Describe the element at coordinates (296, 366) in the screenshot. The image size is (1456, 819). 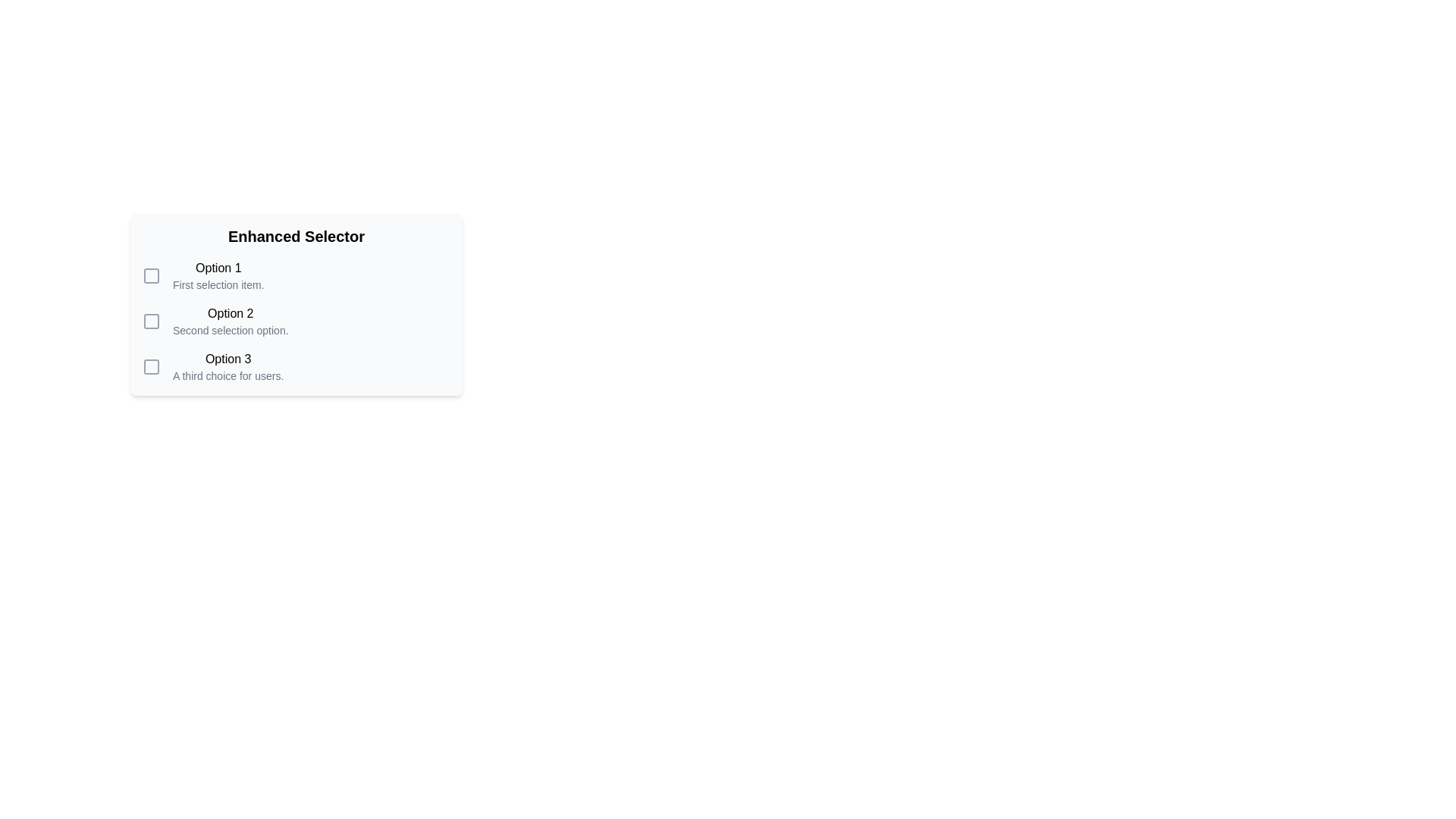
I see `the checkbox located as the third option in a vertical list, below 'Option 2'` at that location.